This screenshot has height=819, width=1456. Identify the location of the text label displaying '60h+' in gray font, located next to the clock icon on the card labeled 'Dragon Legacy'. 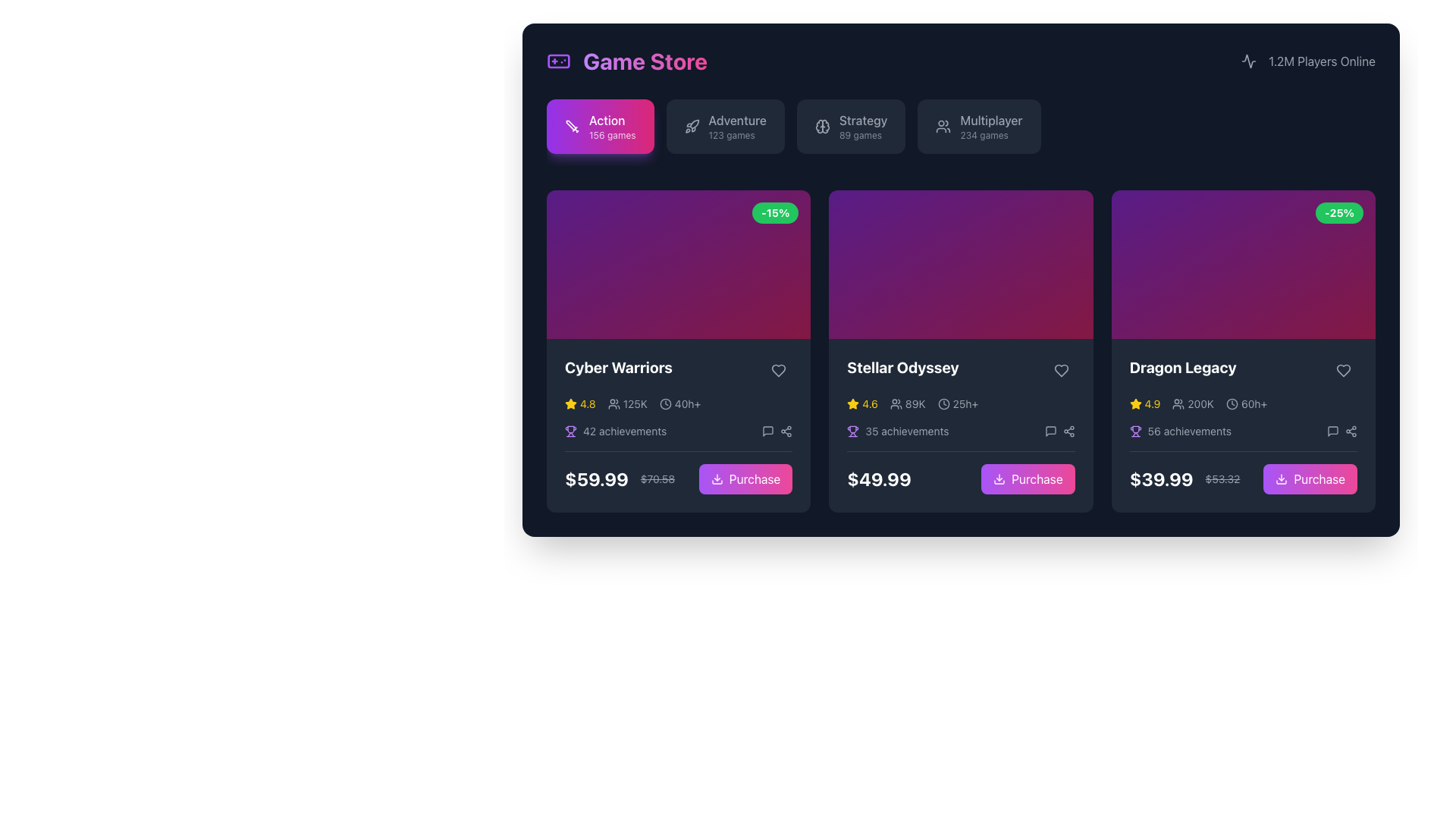
(1254, 403).